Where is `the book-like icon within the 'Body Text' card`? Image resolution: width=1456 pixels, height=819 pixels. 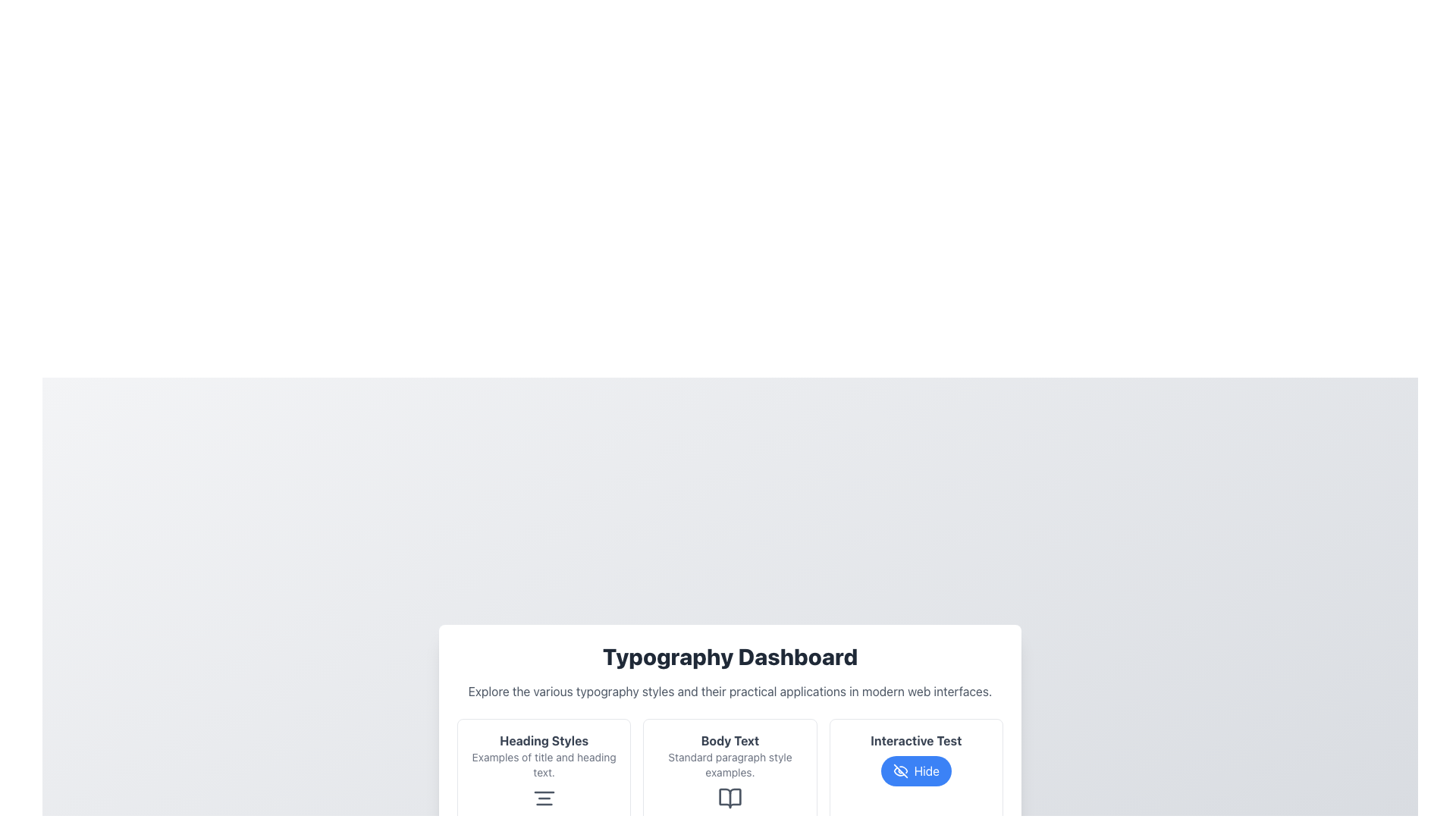 the book-like icon within the 'Body Text' card is located at coordinates (730, 798).